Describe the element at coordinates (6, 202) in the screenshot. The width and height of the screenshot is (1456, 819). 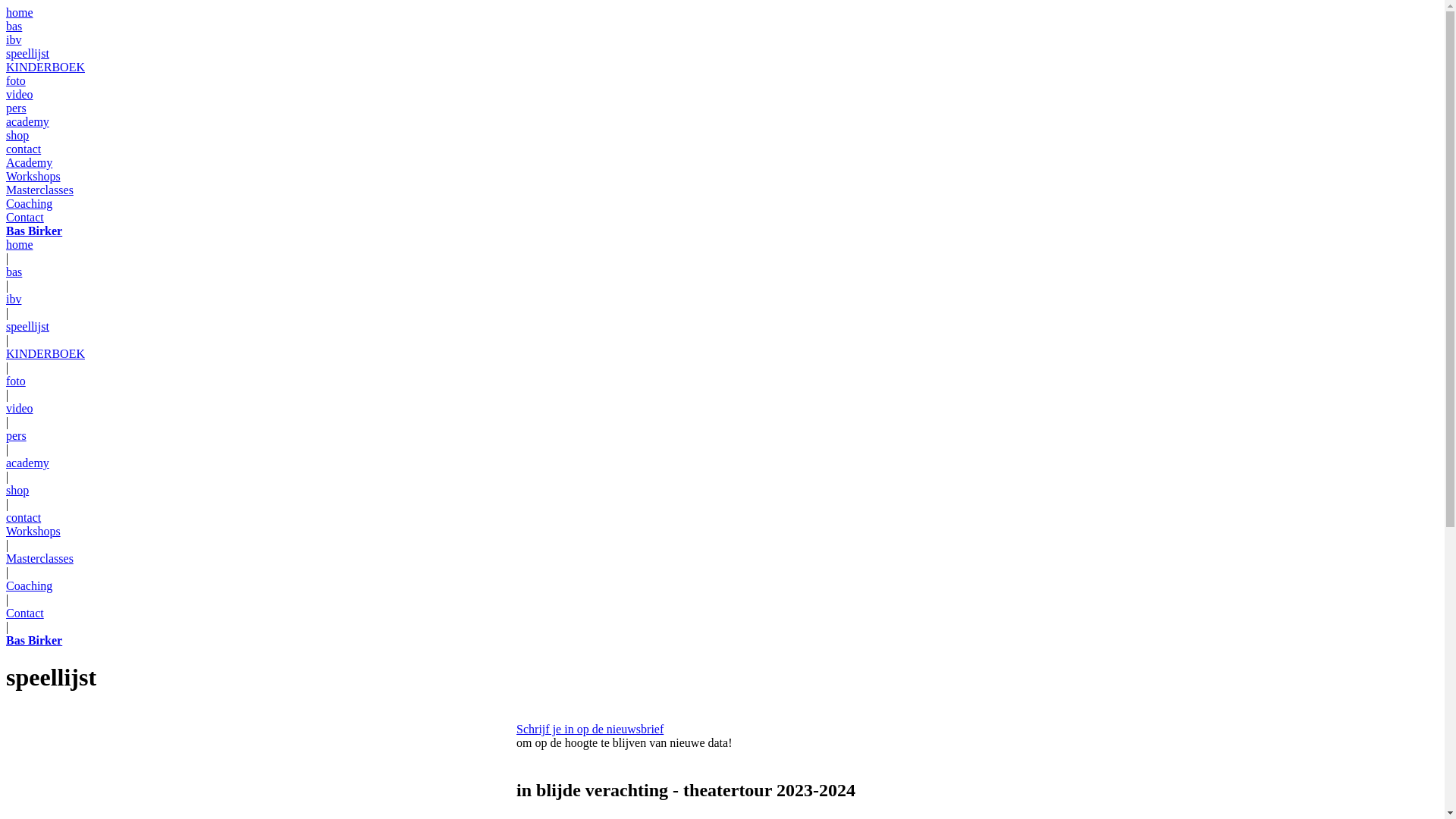
I see `'Coaching'` at that location.